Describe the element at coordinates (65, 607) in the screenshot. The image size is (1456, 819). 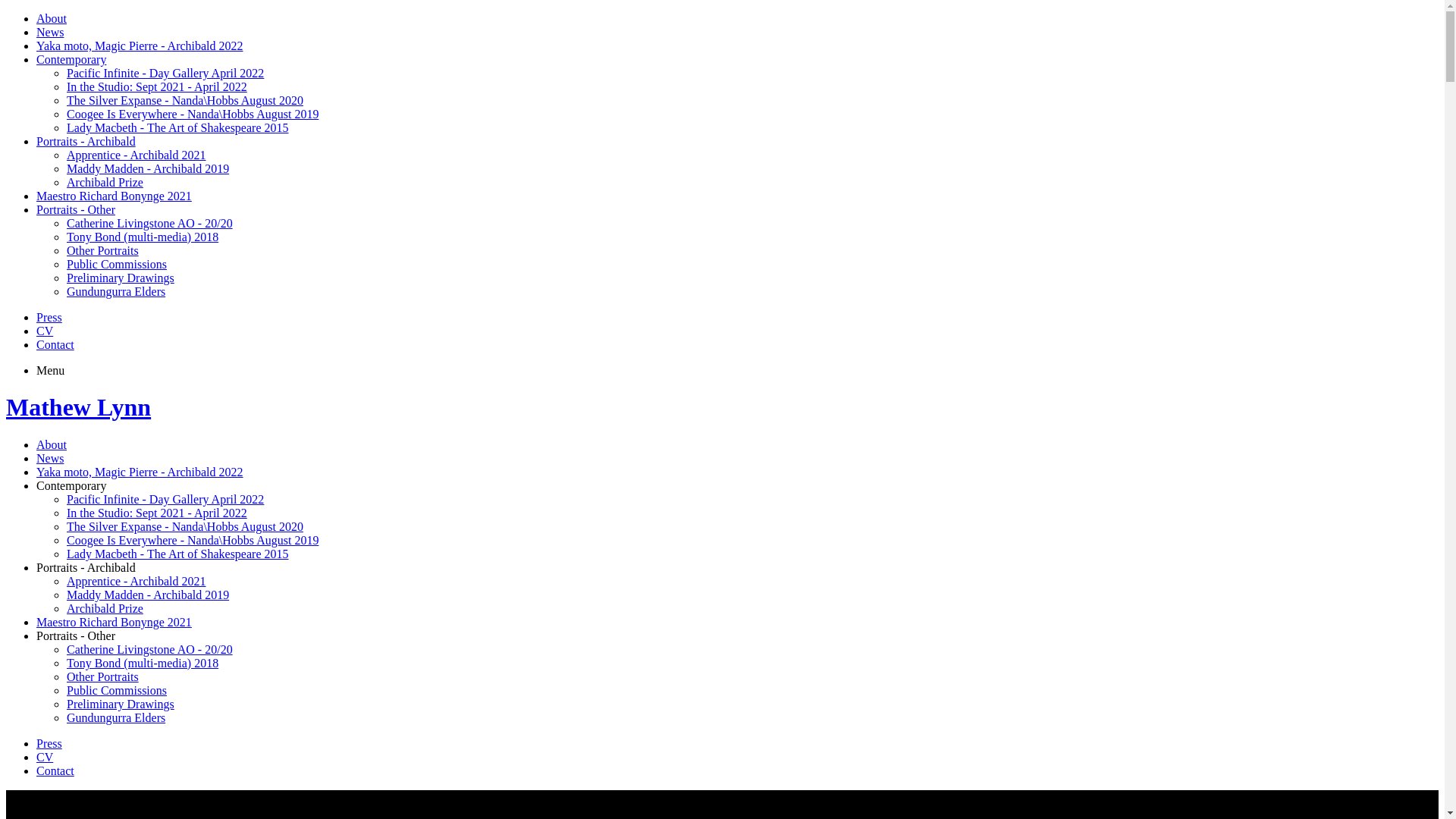
I see `'Archibald Prize'` at that location.